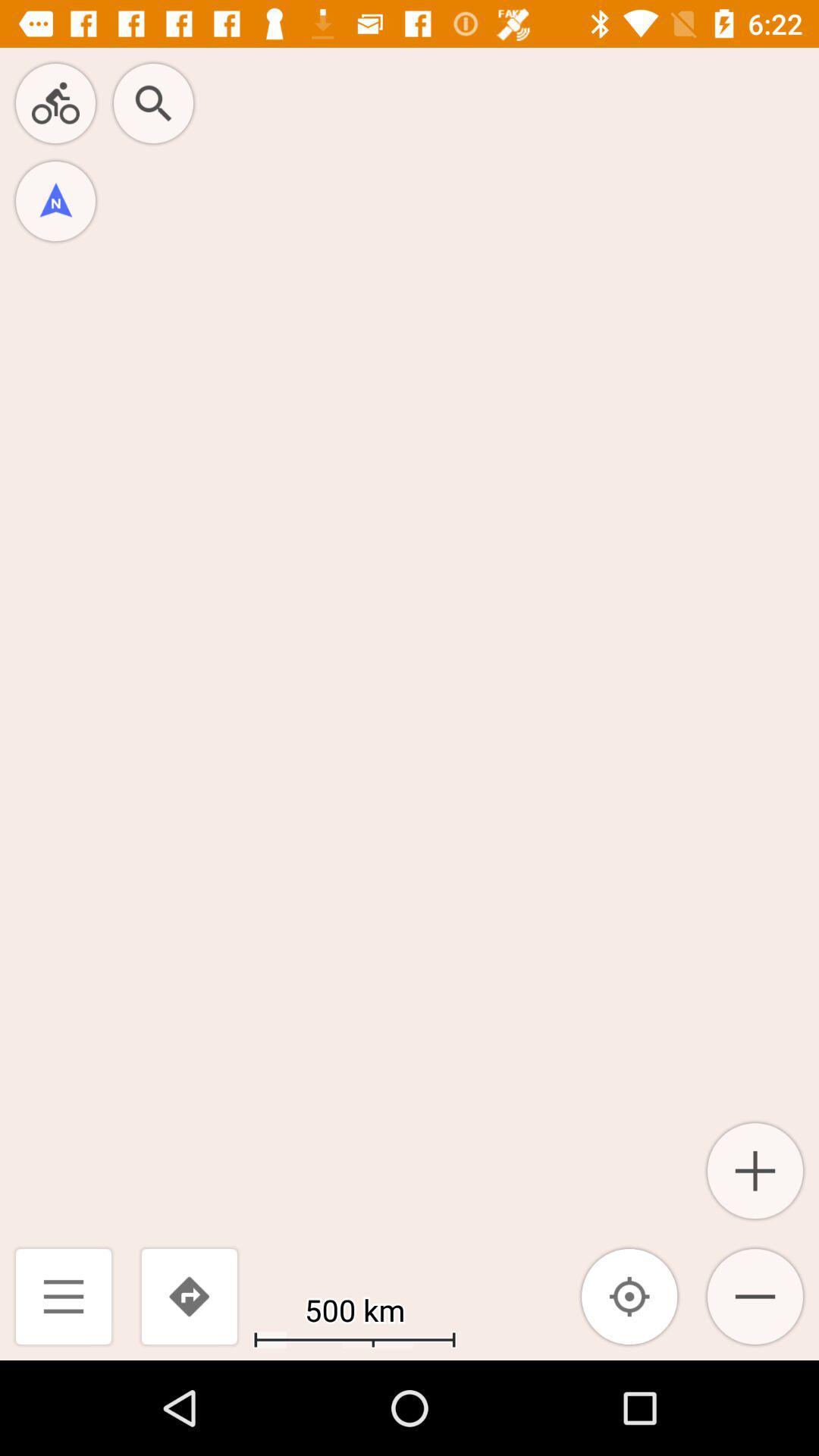 This screenshot has width=819, height=1456. I want to click on the navigation icon, so click(55, 200).